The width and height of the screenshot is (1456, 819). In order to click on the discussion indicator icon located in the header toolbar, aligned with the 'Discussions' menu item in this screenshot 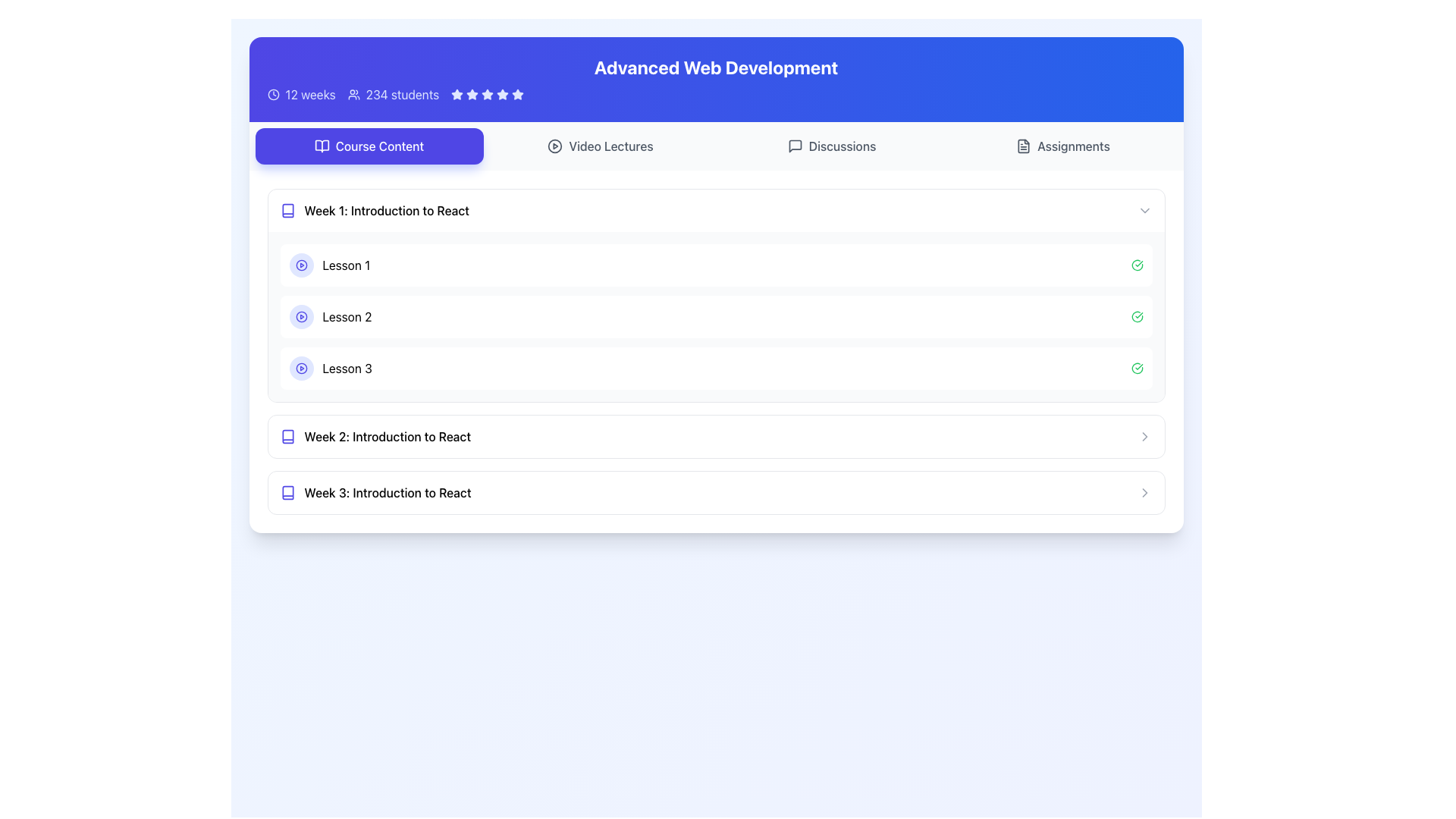, I will do `click(794, 146)`.